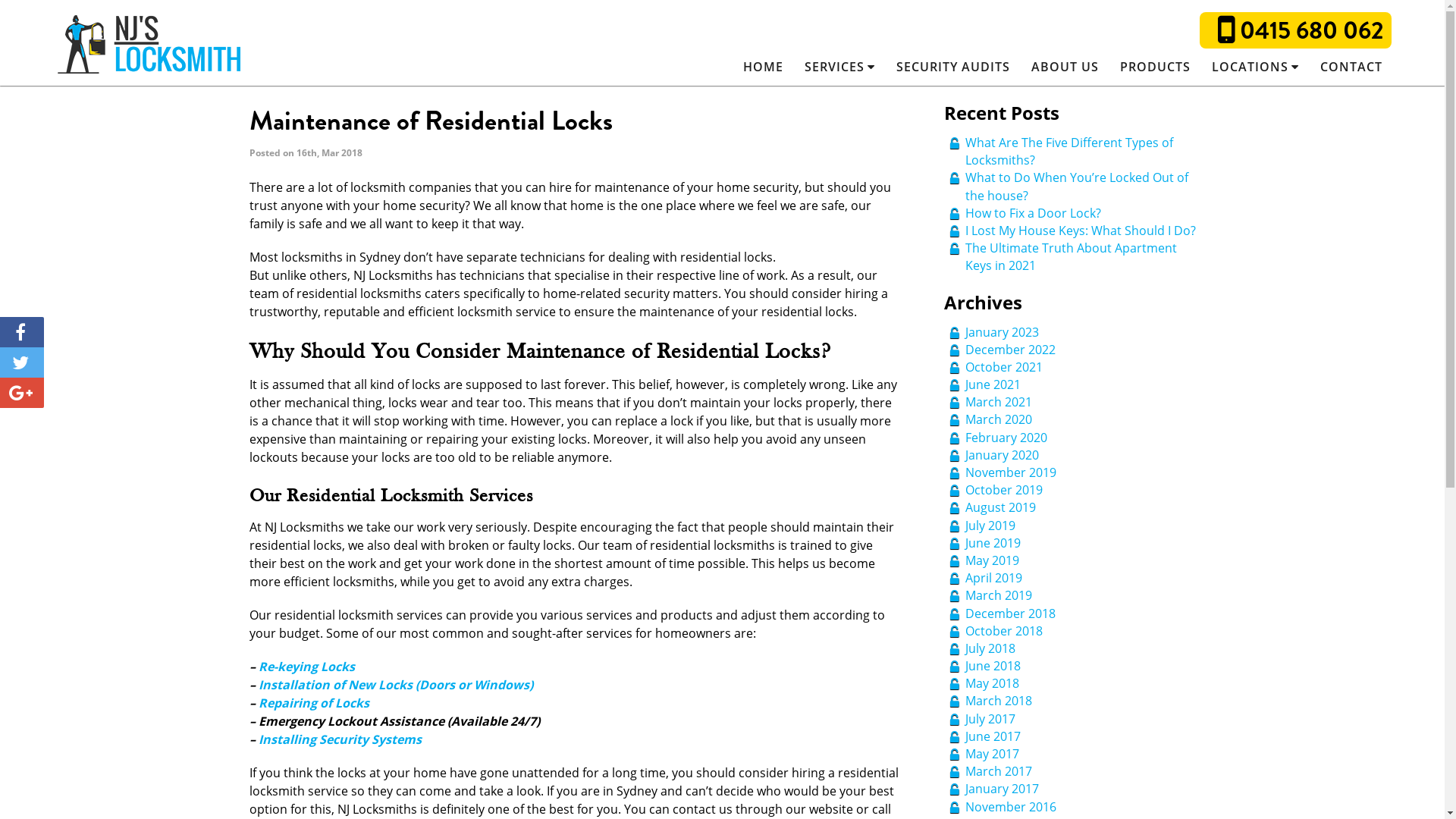  Describe the element at coordinates (992, 383) in the screenshot. I see `'June 2021'` at that location.